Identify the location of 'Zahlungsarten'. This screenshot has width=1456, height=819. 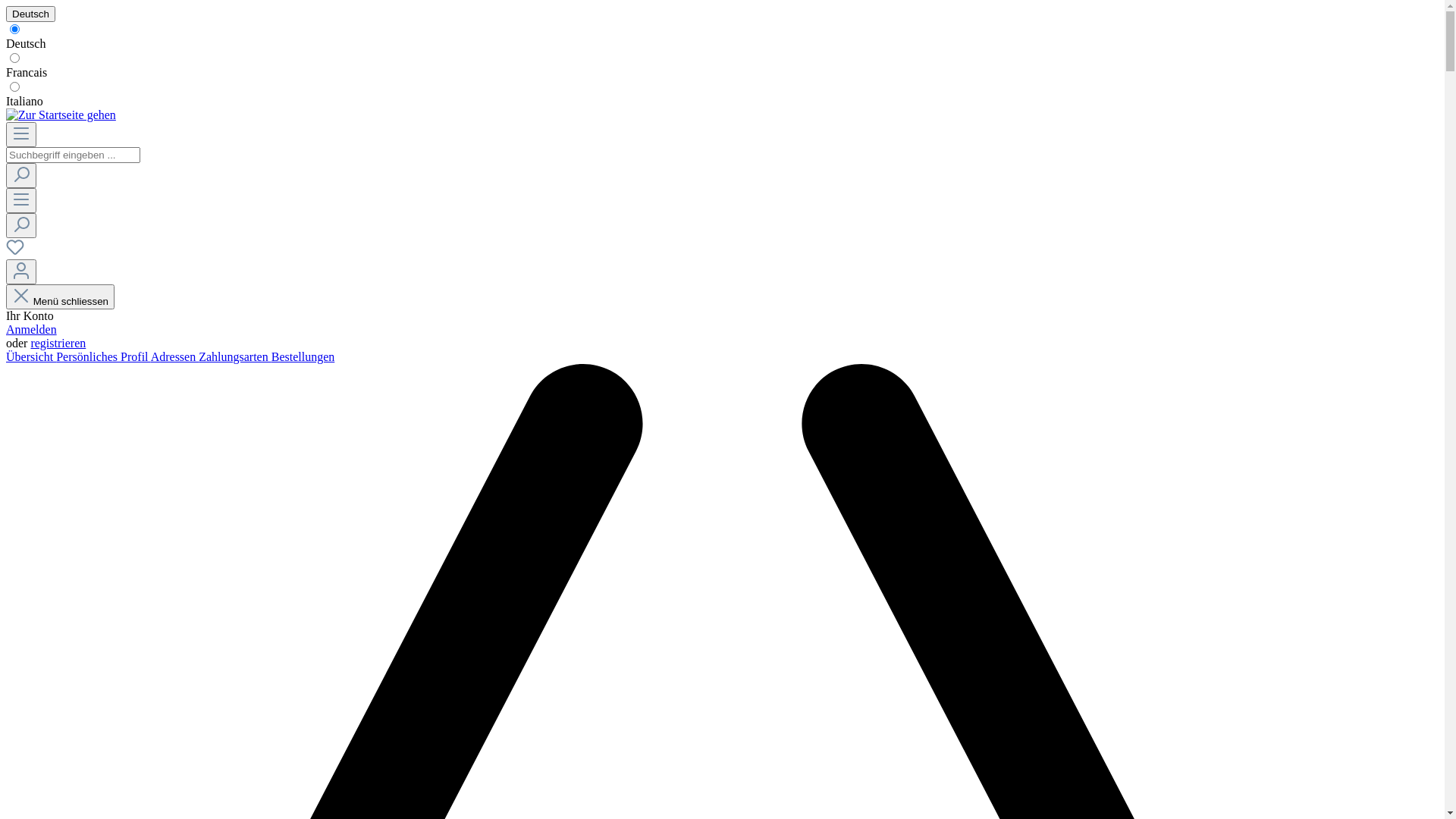
(234, 356).